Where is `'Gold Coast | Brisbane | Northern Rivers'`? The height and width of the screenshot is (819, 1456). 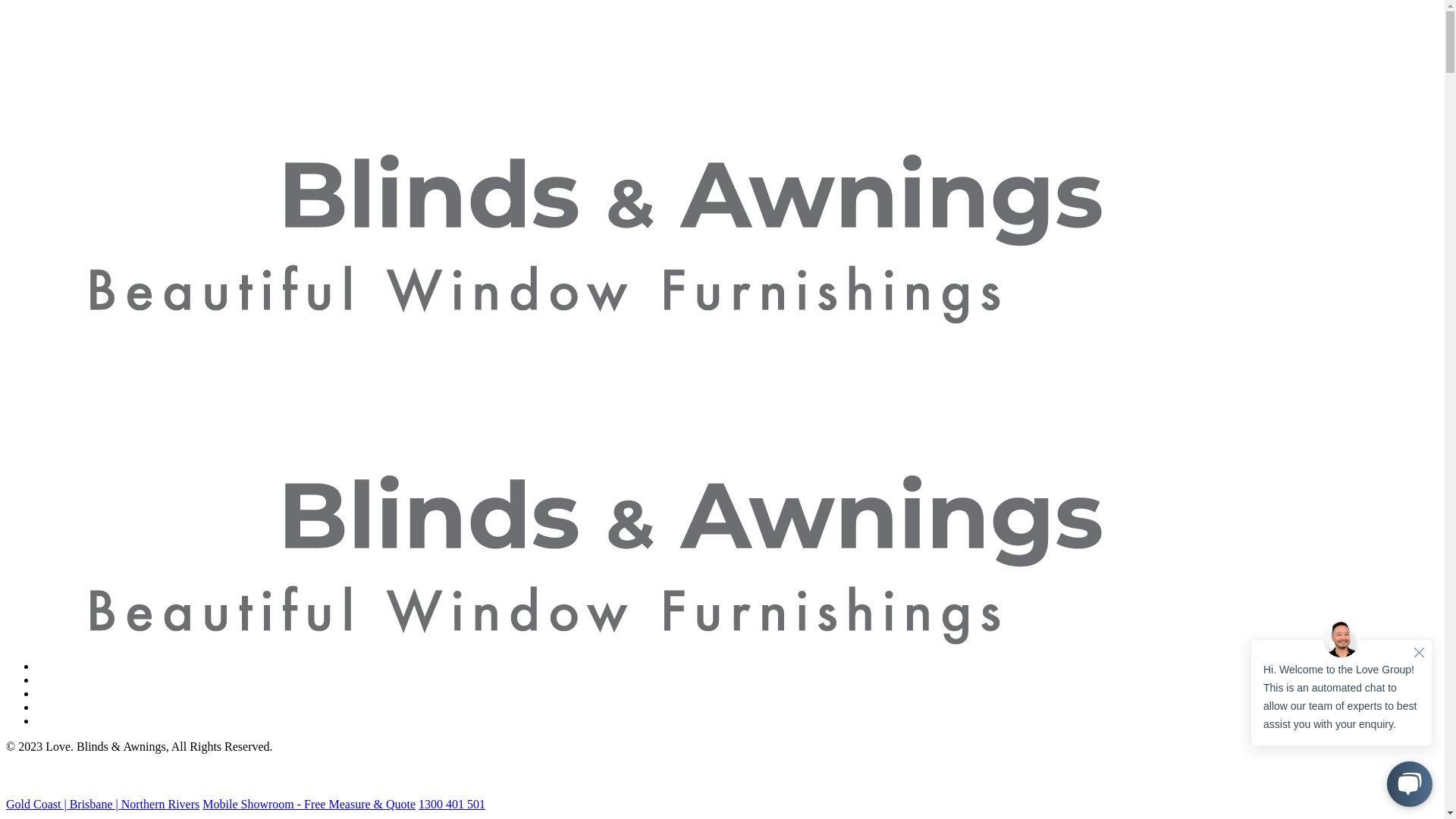 'Gold Coast | Brisbane | Northern Rivers' is located at coordinates (102, 803).